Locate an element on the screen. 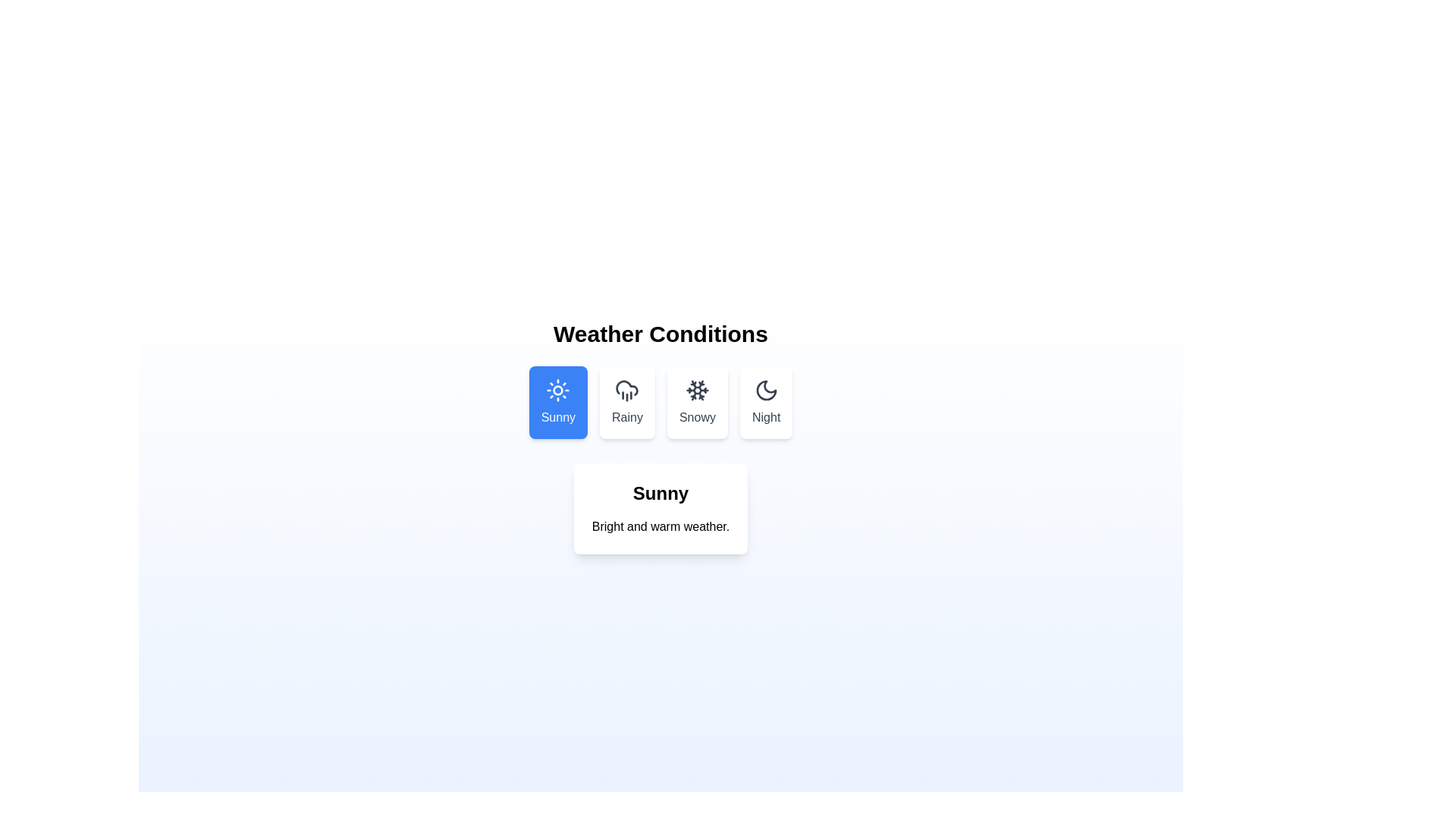  the Sunny tab to view its weather condition is located at coordinates (557, 402).